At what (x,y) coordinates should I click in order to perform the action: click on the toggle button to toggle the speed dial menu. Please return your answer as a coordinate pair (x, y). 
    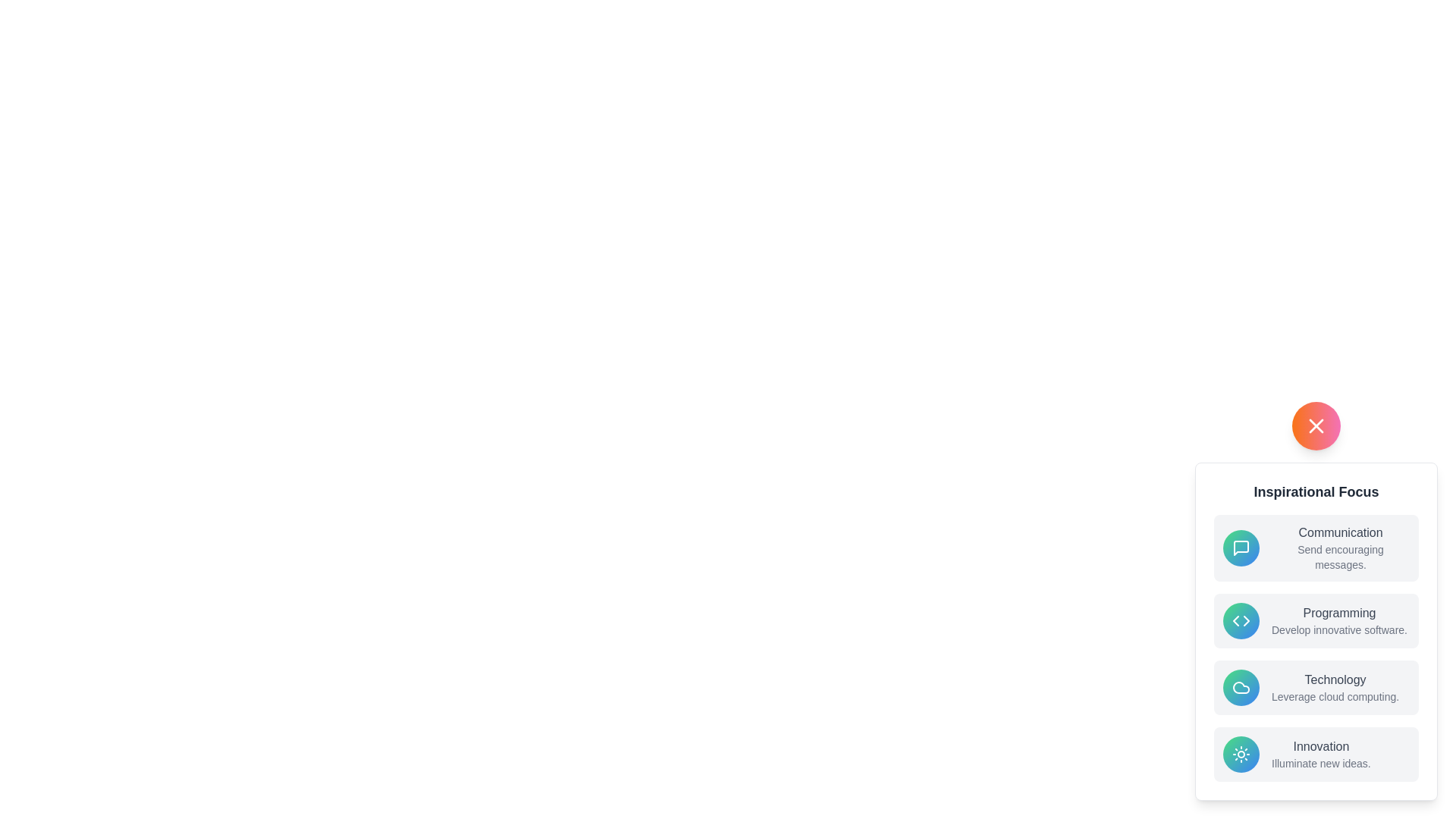
    Looking at the image, I should click on (1316, 426).